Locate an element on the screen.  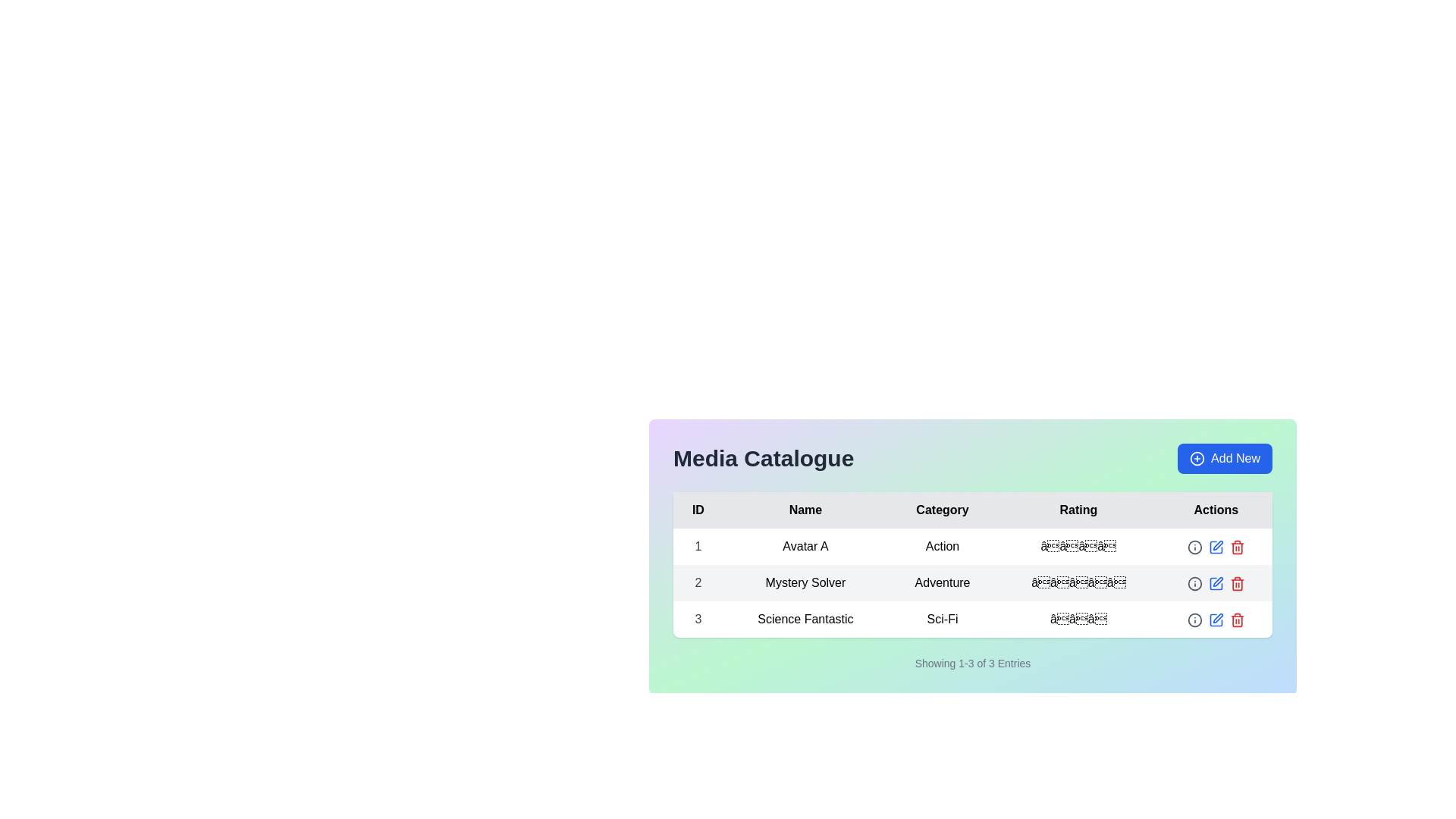
the SVG icon resembling a pen or edit tool located in the 'Actions' column of the table corresponding to the second row titled 'Mystery Solver' is located at coordinates (1218, 544).